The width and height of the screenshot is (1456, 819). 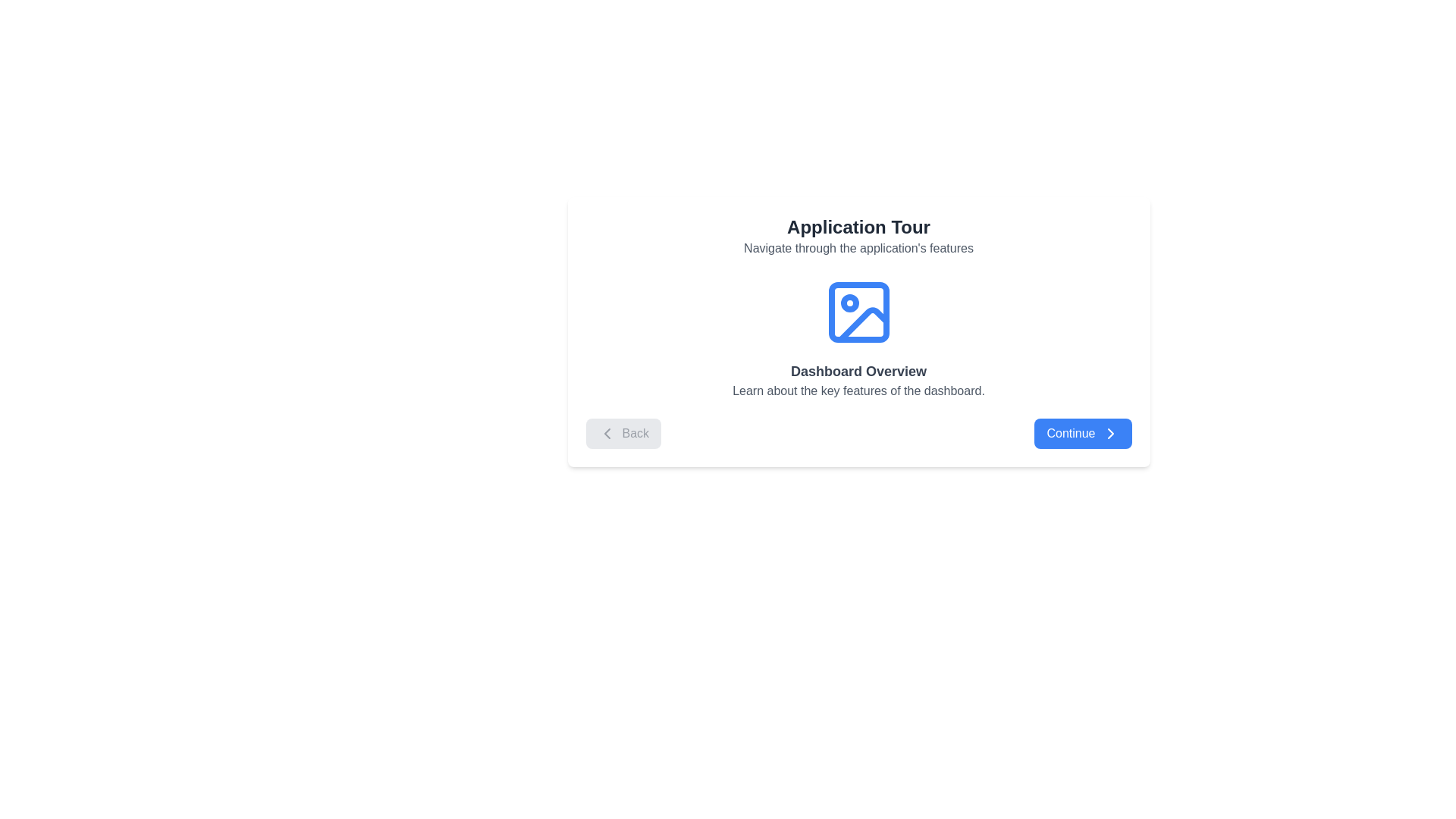 What do you see at coordinates (607, 433) in the screenshot?
I see `the left-pointing chevron arrow icon within the 'Back' button for accessibility purposes` at bounding box center [607, 433].